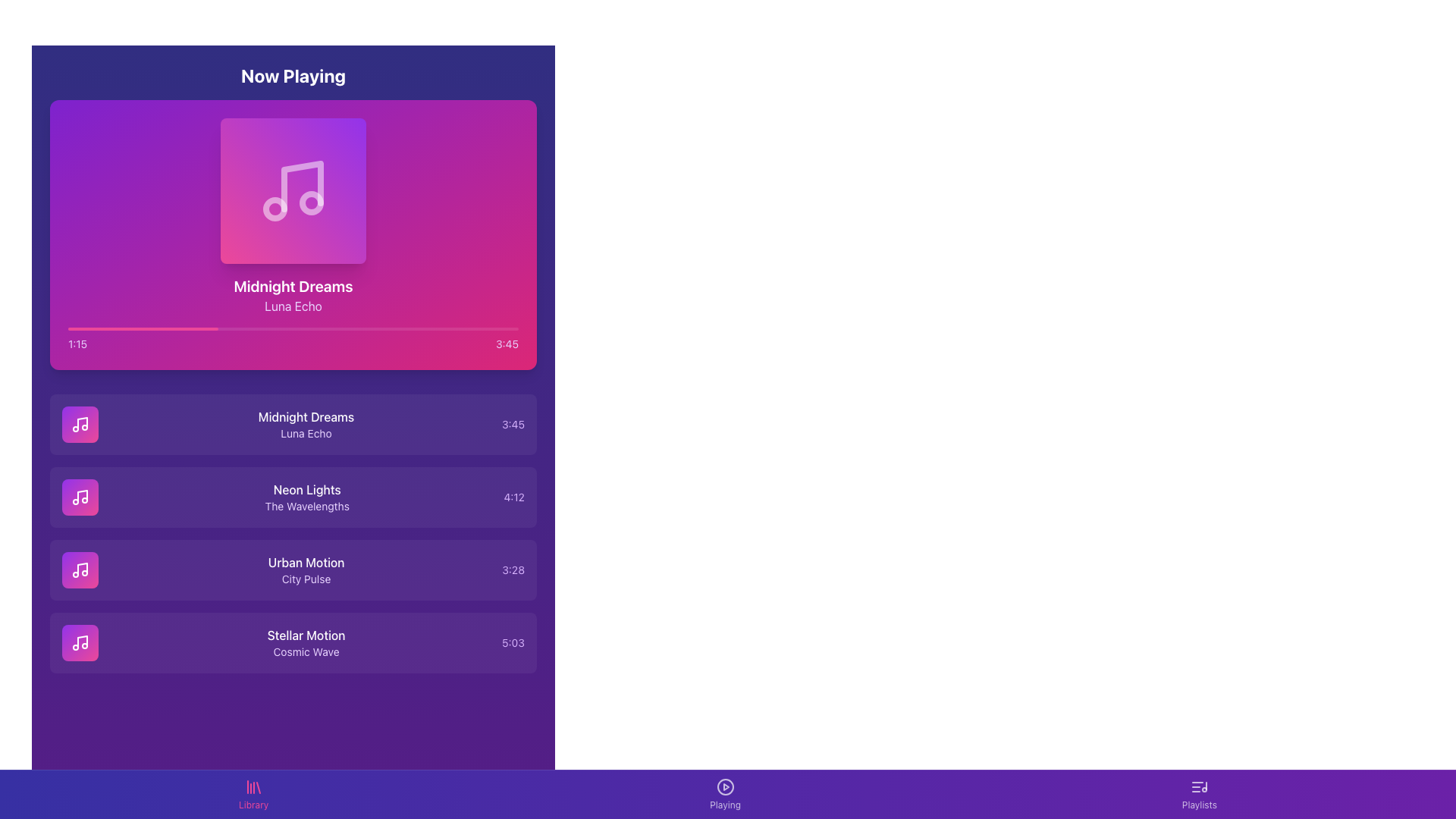 This screenshot has height=819, width=1456. Describe the element at coordinates (79, 497) in the screenshot. I see `the icon representing the song 'Neon Lights'` at that location.